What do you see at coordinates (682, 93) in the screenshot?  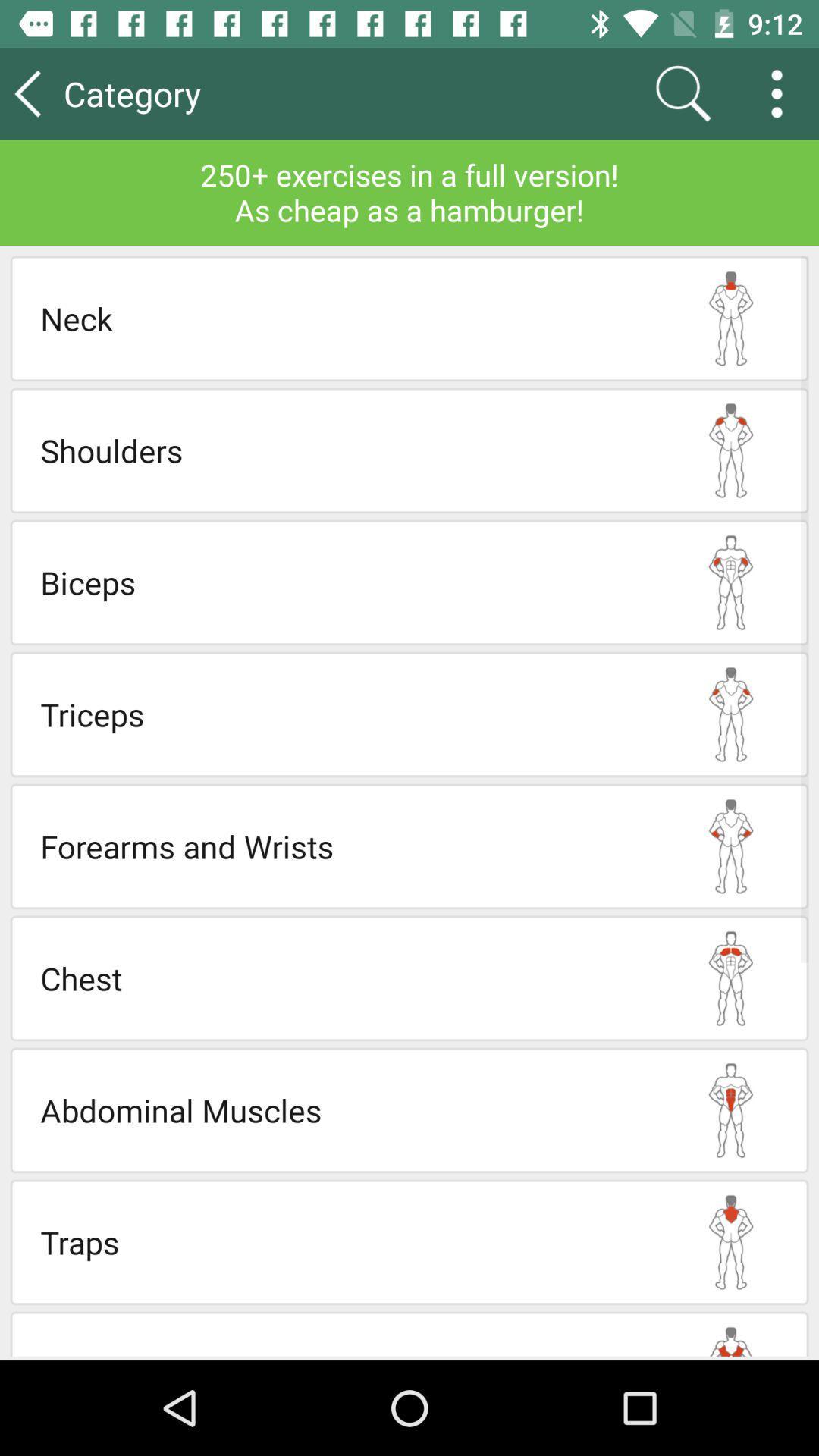 I see `app next to the category` at bounding box center [682, 93].